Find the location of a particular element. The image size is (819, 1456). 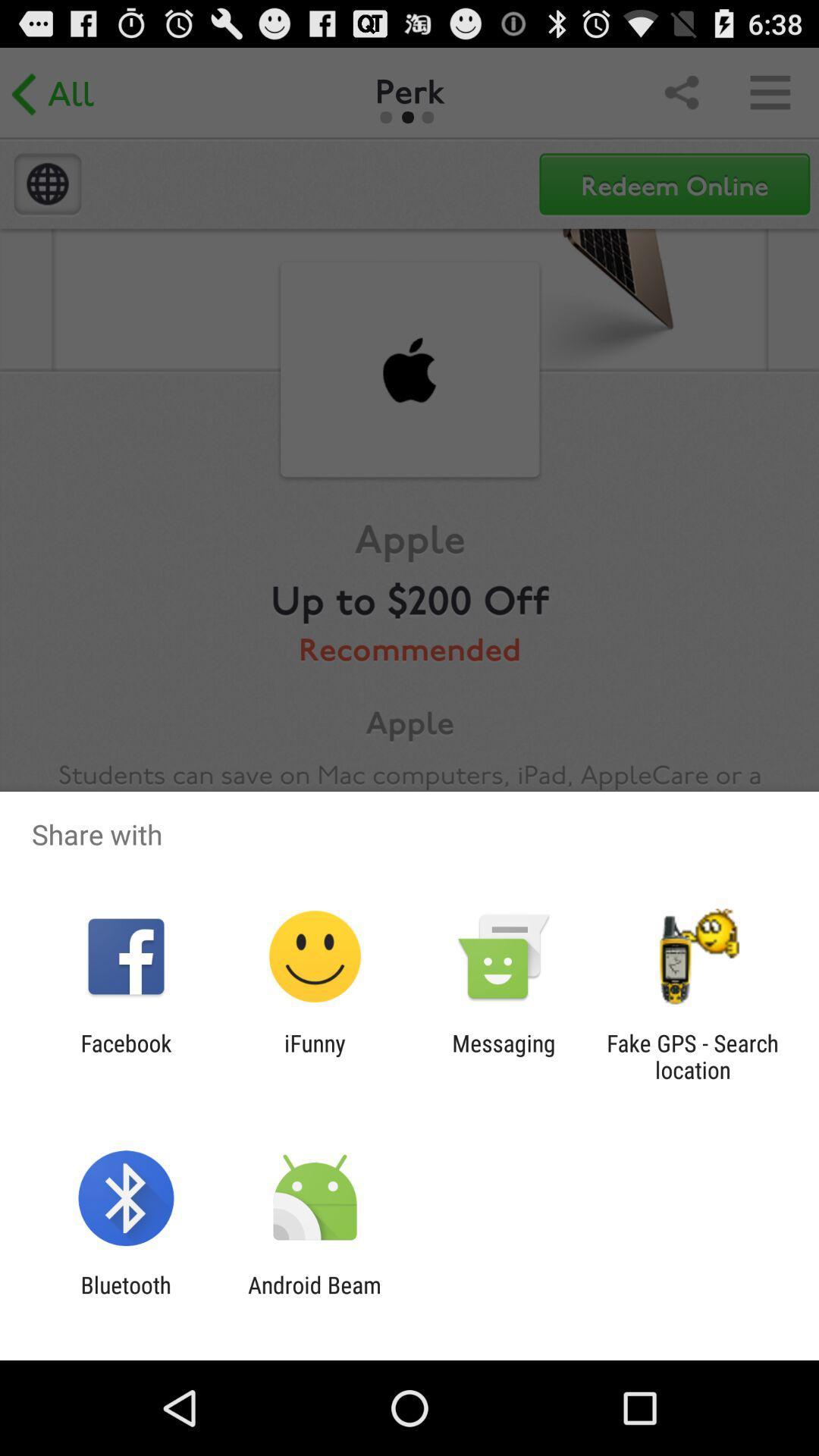

the item next to facebook icon is located at coordinates (314, 1056).